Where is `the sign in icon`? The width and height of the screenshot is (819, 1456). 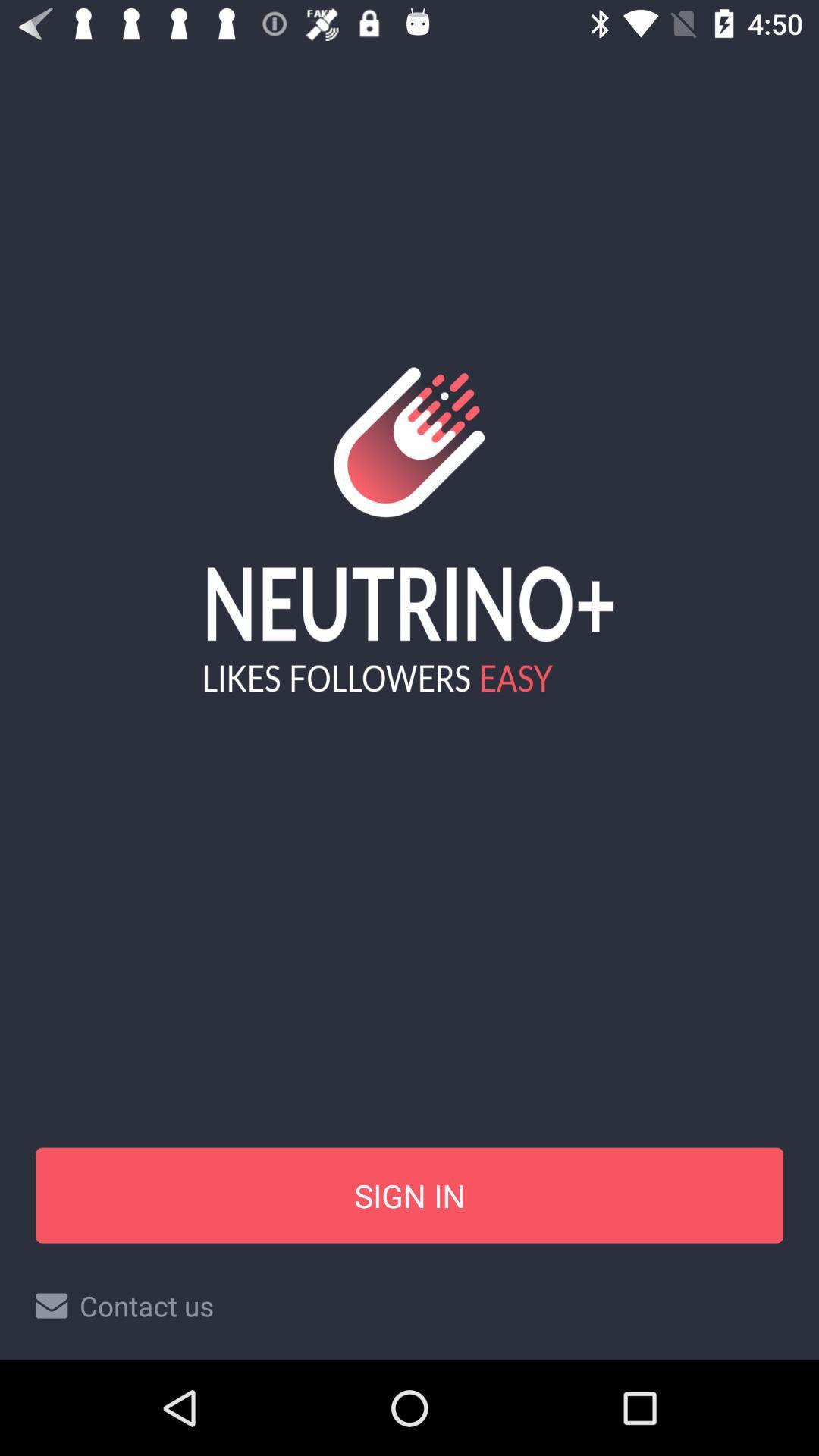
the sign in icon is located at coordinates (409, 1194).